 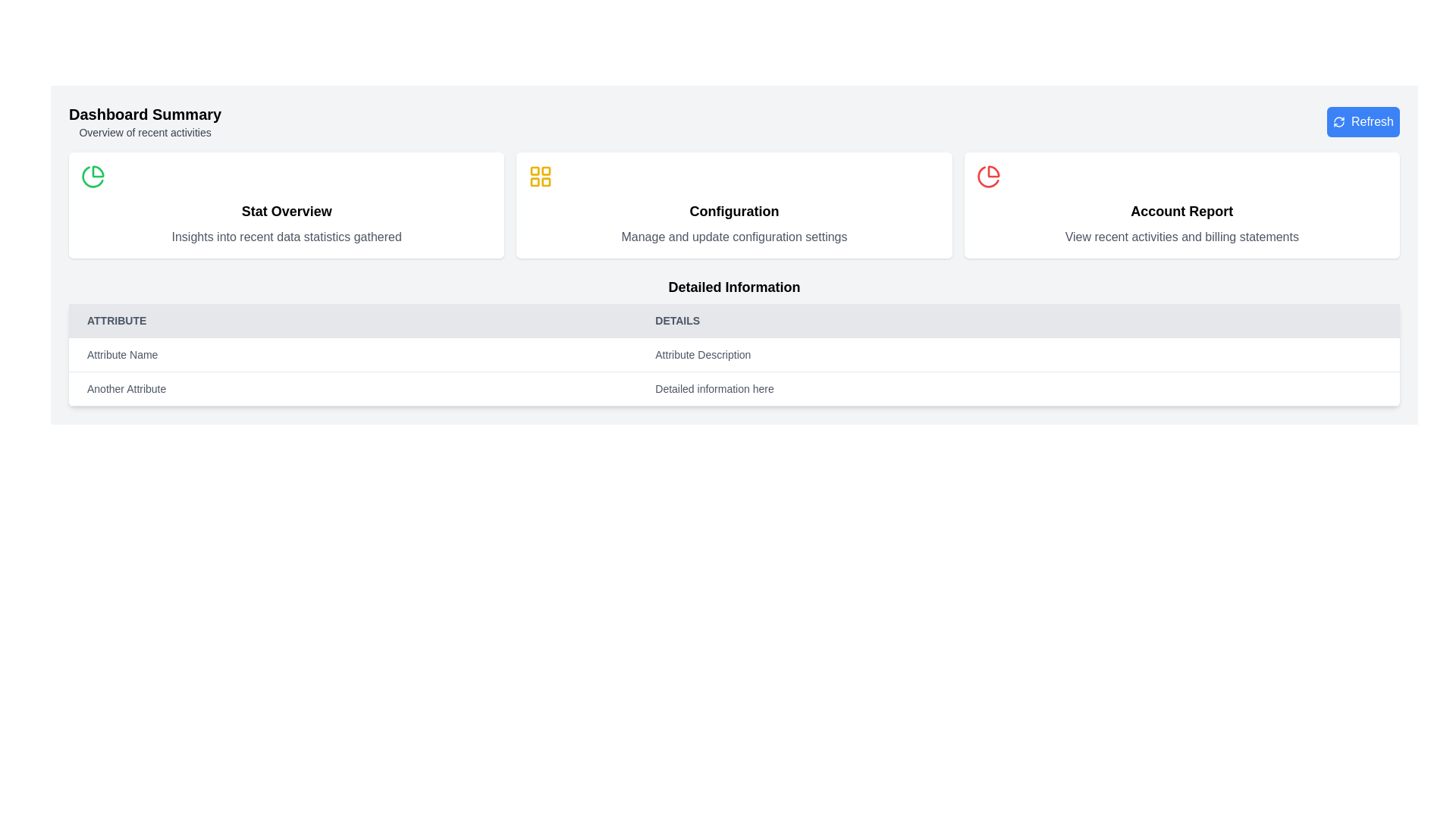 What do you see at coordinates (145, 131) in the screenshot?
I see `the text label that says 'Overview of recent activities' located below the heading 'Dashboard Summary'` at bounding box center [145, 131].